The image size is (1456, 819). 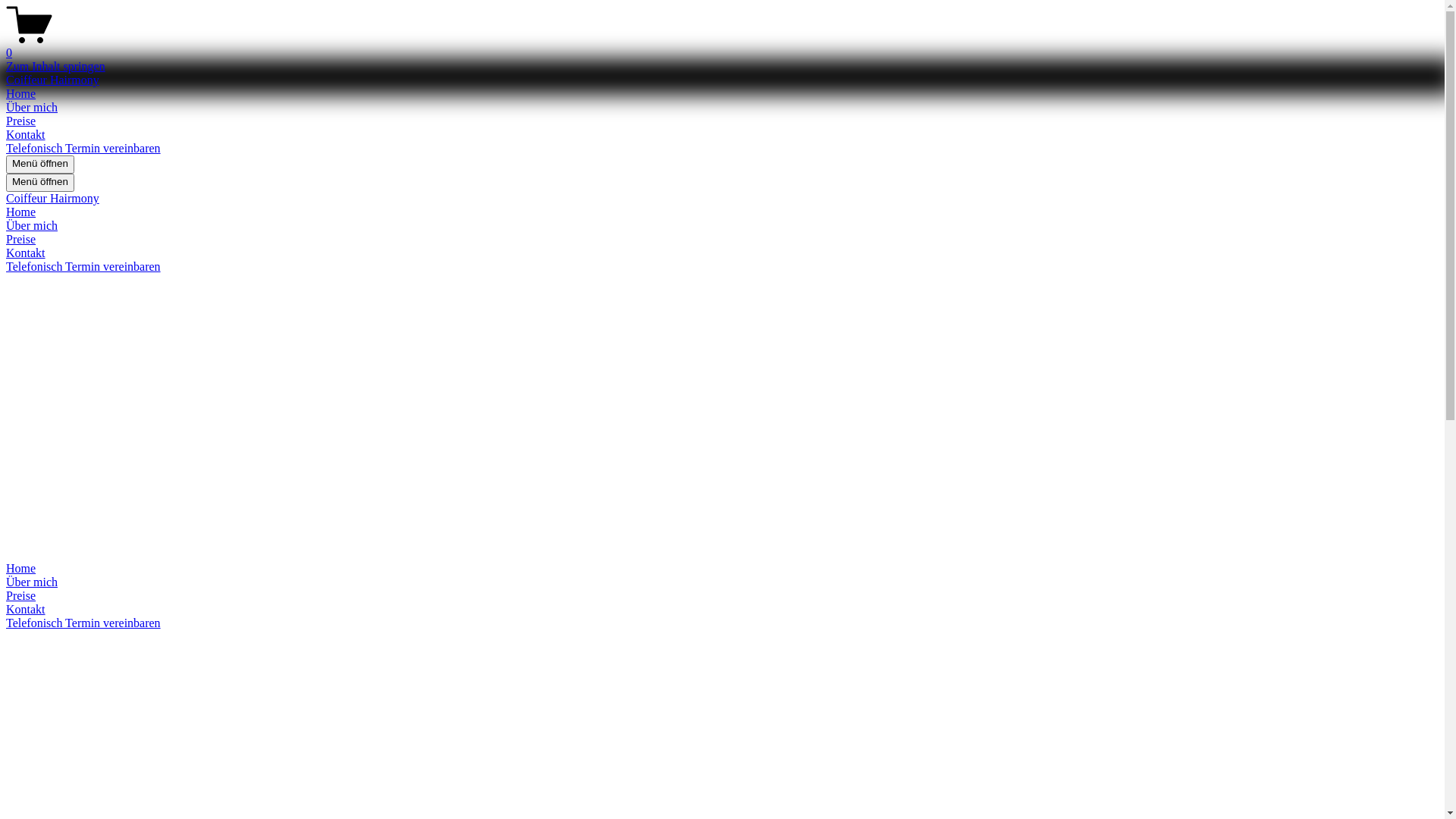 I want to click on 'Coiffeur Hairmony', so click(x=52, y=80).